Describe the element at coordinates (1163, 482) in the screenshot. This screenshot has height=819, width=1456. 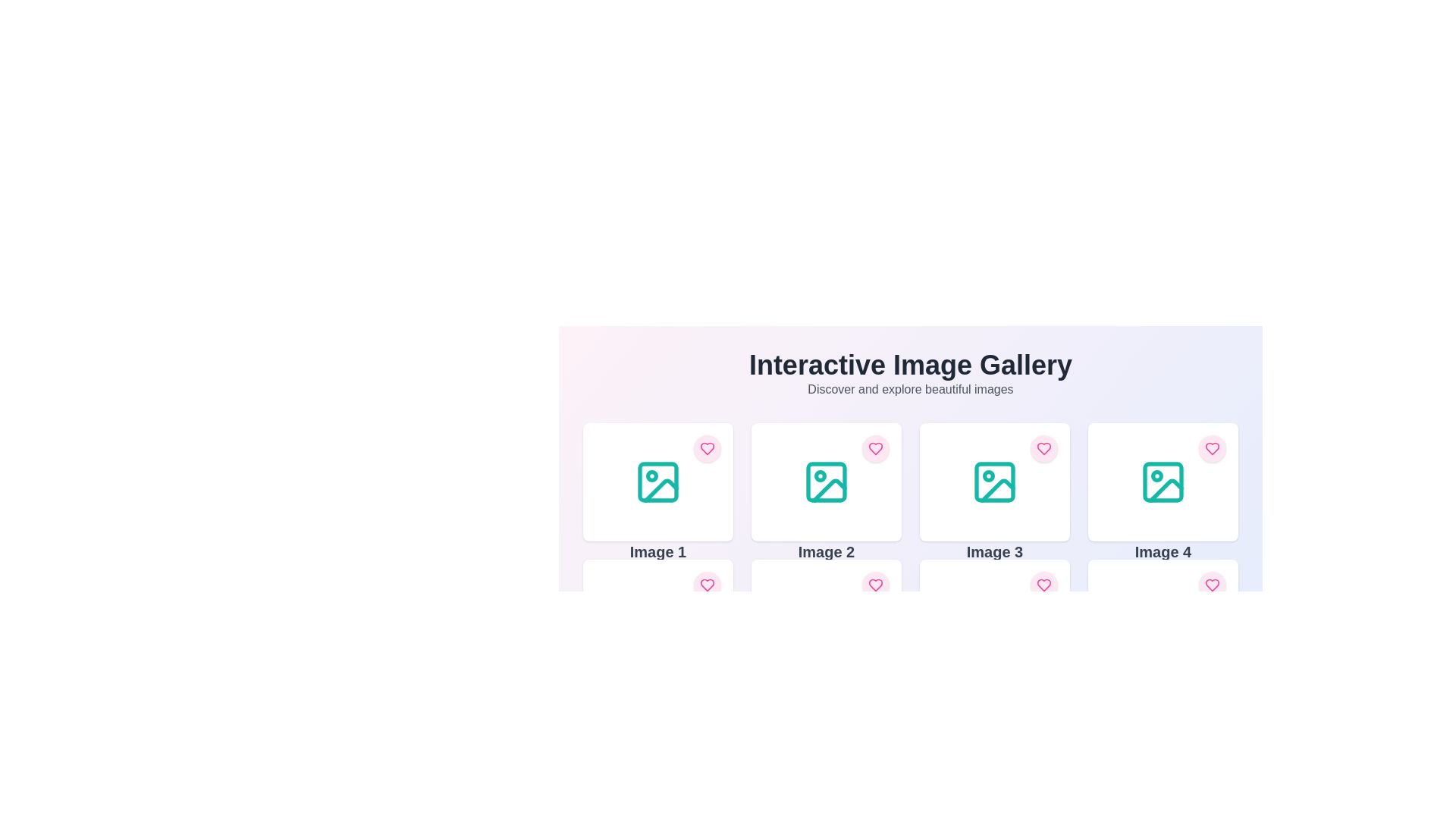
I see `the graphical icon located in the fourth image card of the gallery to interact with it` at that location.